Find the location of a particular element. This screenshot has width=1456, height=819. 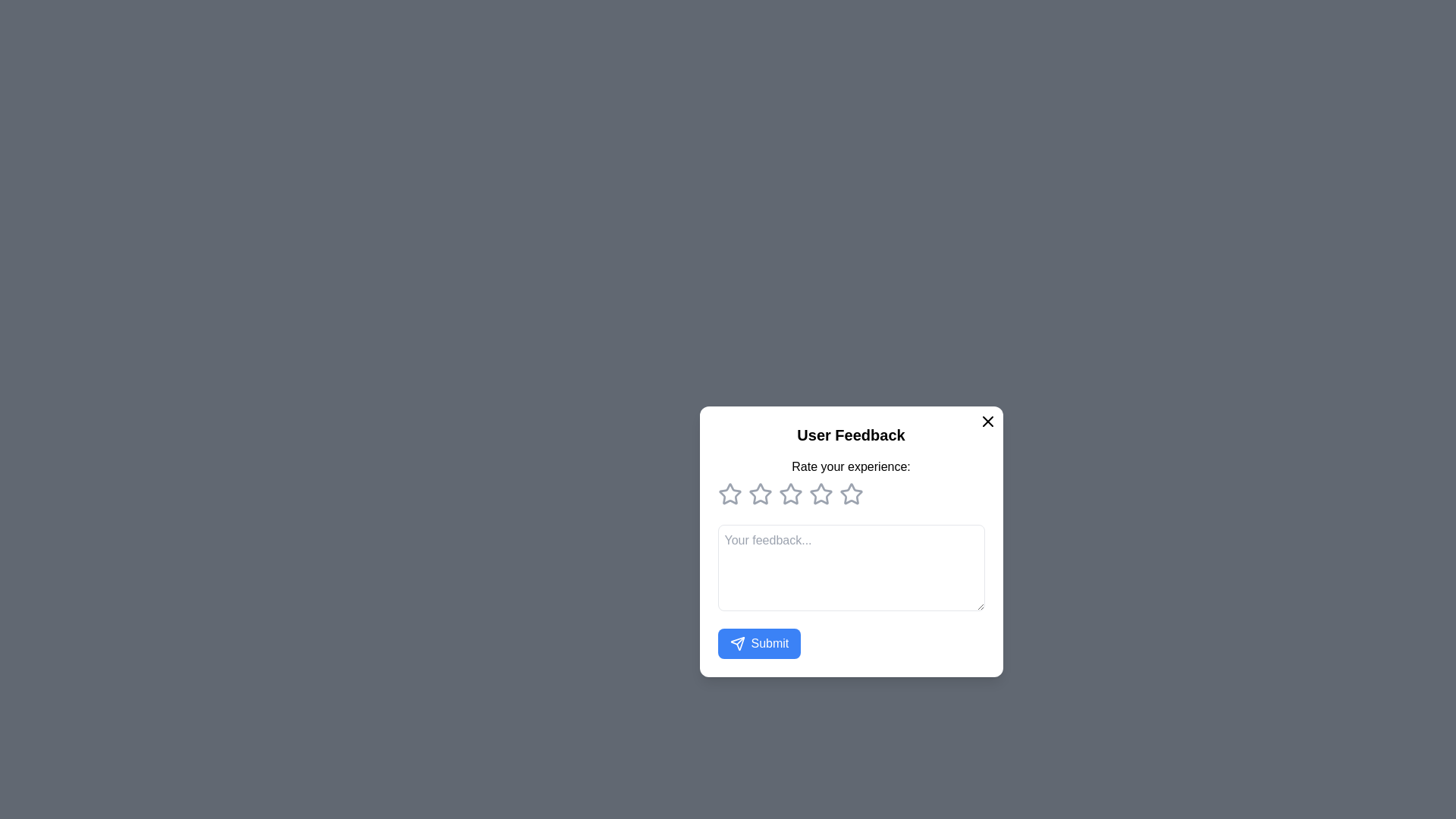

the second star icon in the 5-star rating system is located at coordinates (760, 494).